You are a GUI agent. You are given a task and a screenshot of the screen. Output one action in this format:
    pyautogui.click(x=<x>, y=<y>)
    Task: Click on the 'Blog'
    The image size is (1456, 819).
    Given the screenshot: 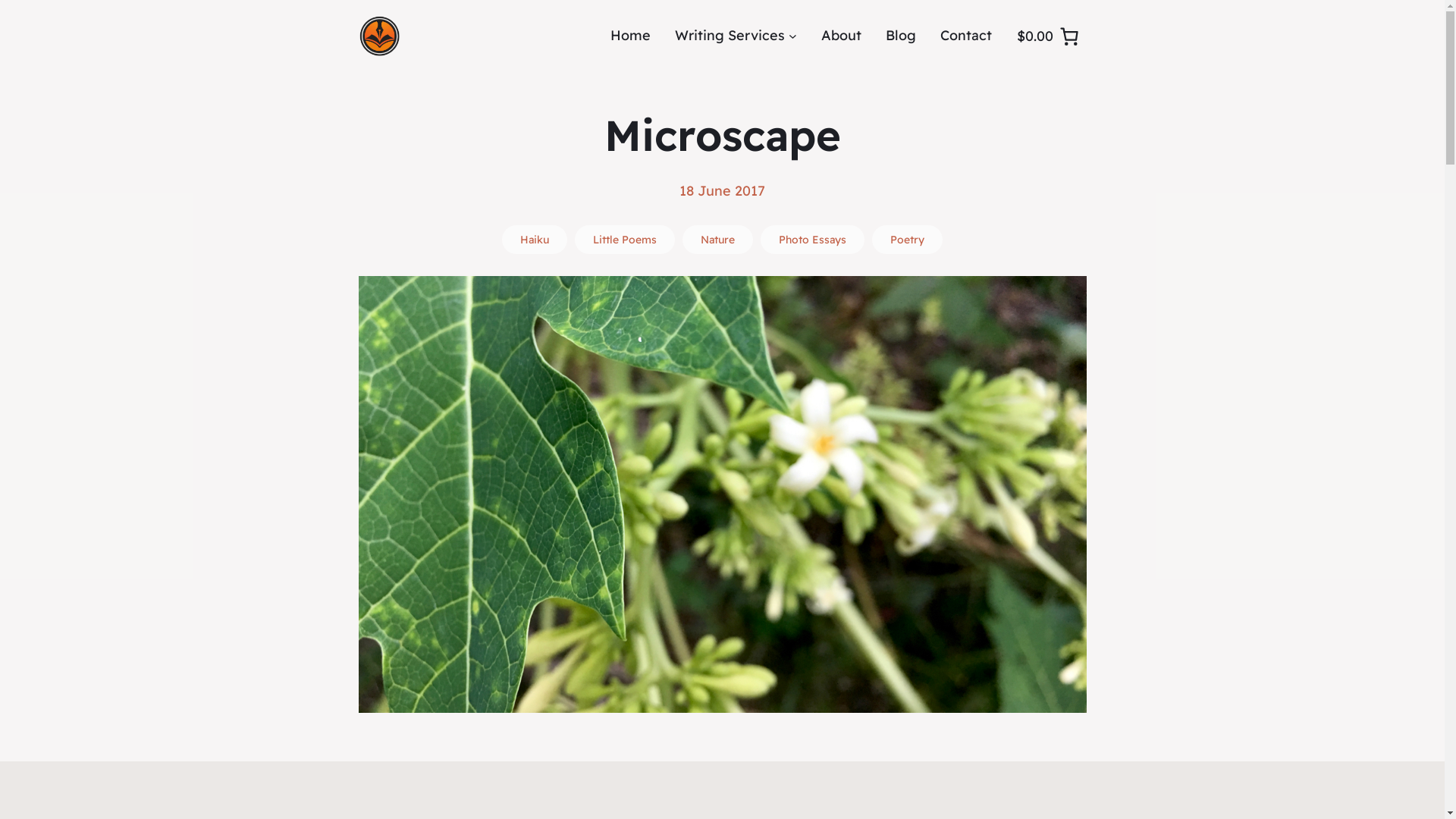 What is the action you would take?
    pyautogui.click(x=885, y=35)
    